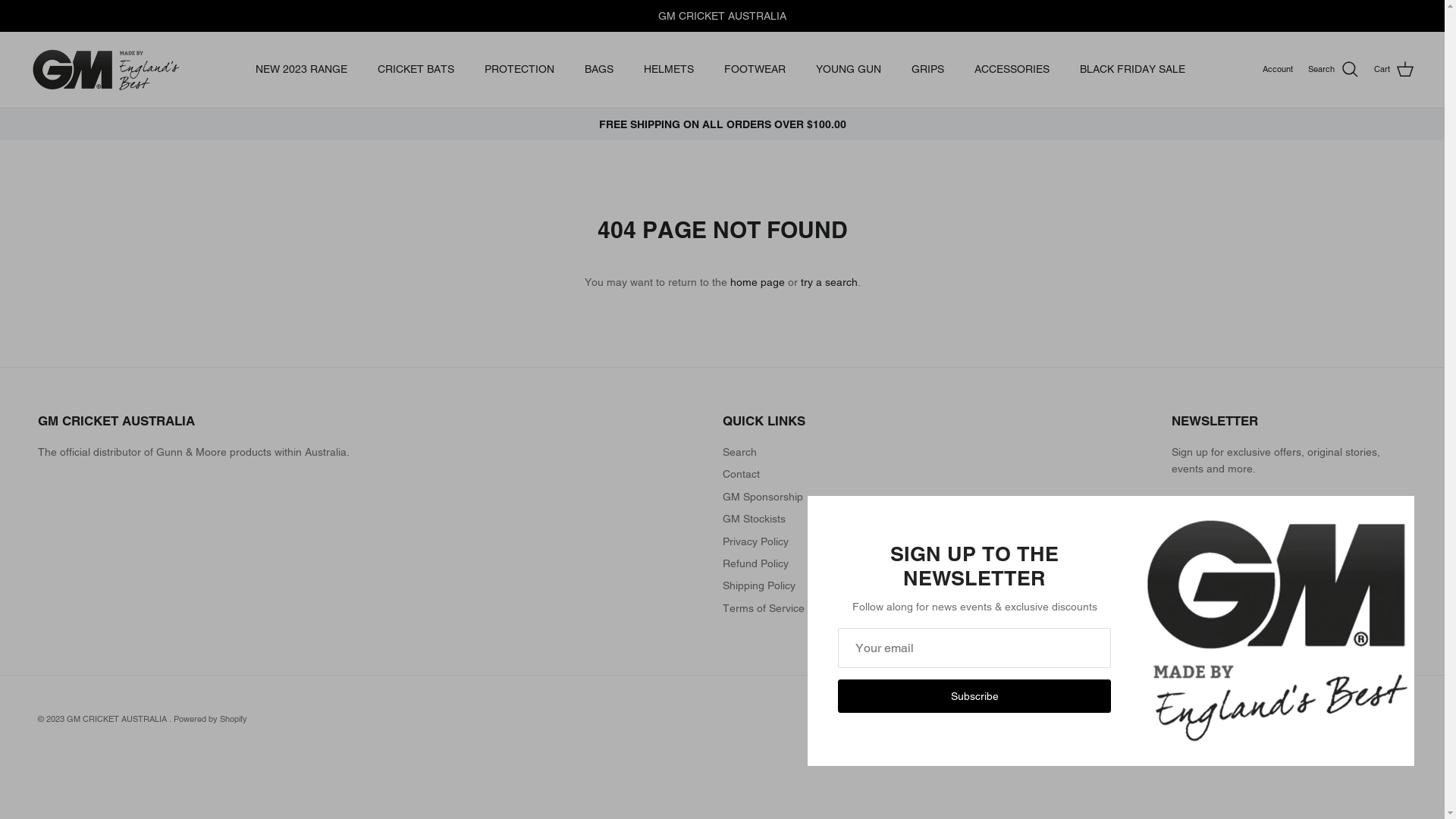 This screenshot has width=1456, height=819. Describe the element at coordinates (755, 563) in the screenshot. I see `'Refund Policy'` at that location.